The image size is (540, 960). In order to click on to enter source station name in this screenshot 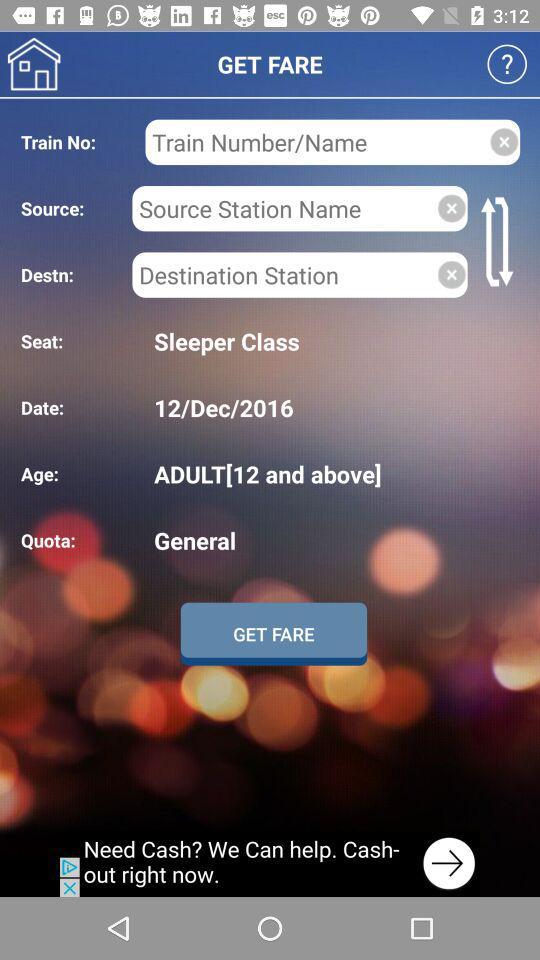, I will do `click(283, 208)`.